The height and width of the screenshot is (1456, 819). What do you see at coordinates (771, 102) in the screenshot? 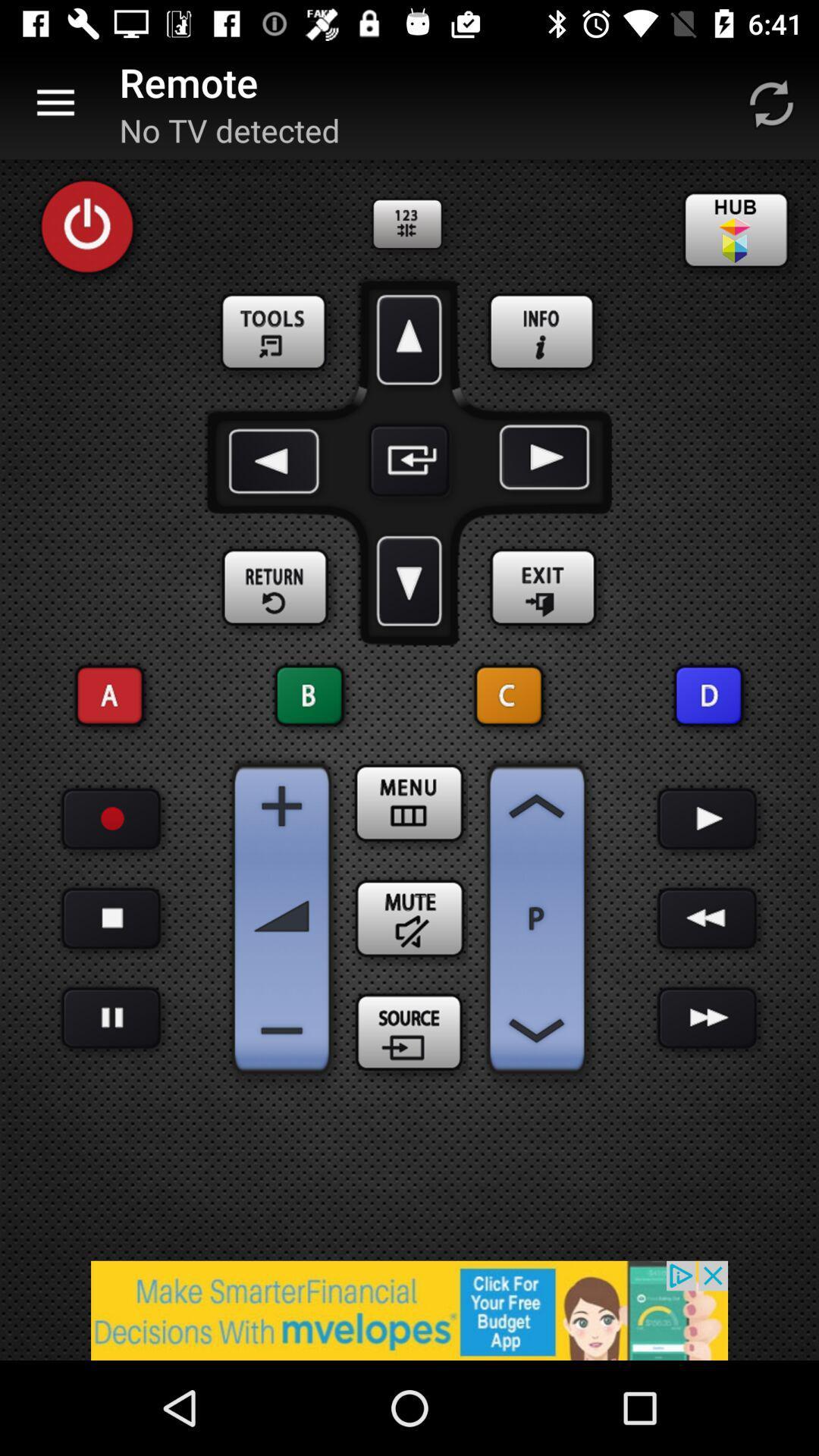
I see `refresh putturn` at bounding box center [771, 102].